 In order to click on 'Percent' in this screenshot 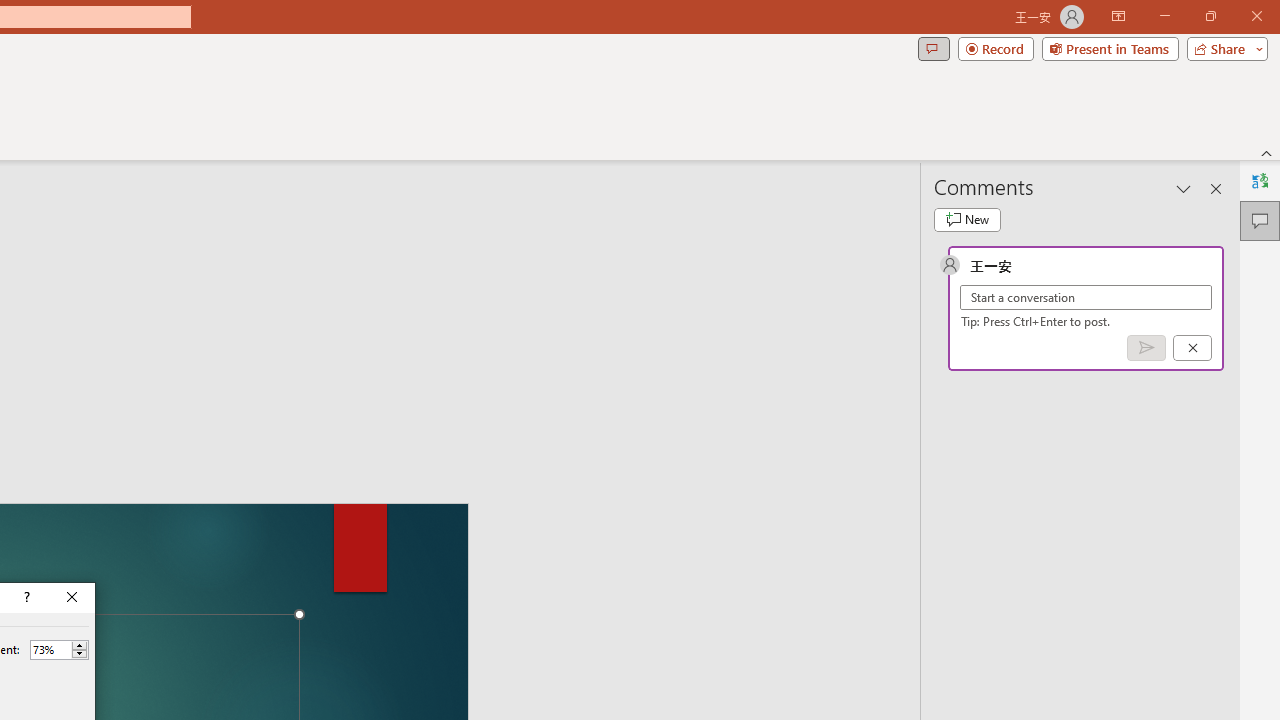, I will do `click(59, 650)`.